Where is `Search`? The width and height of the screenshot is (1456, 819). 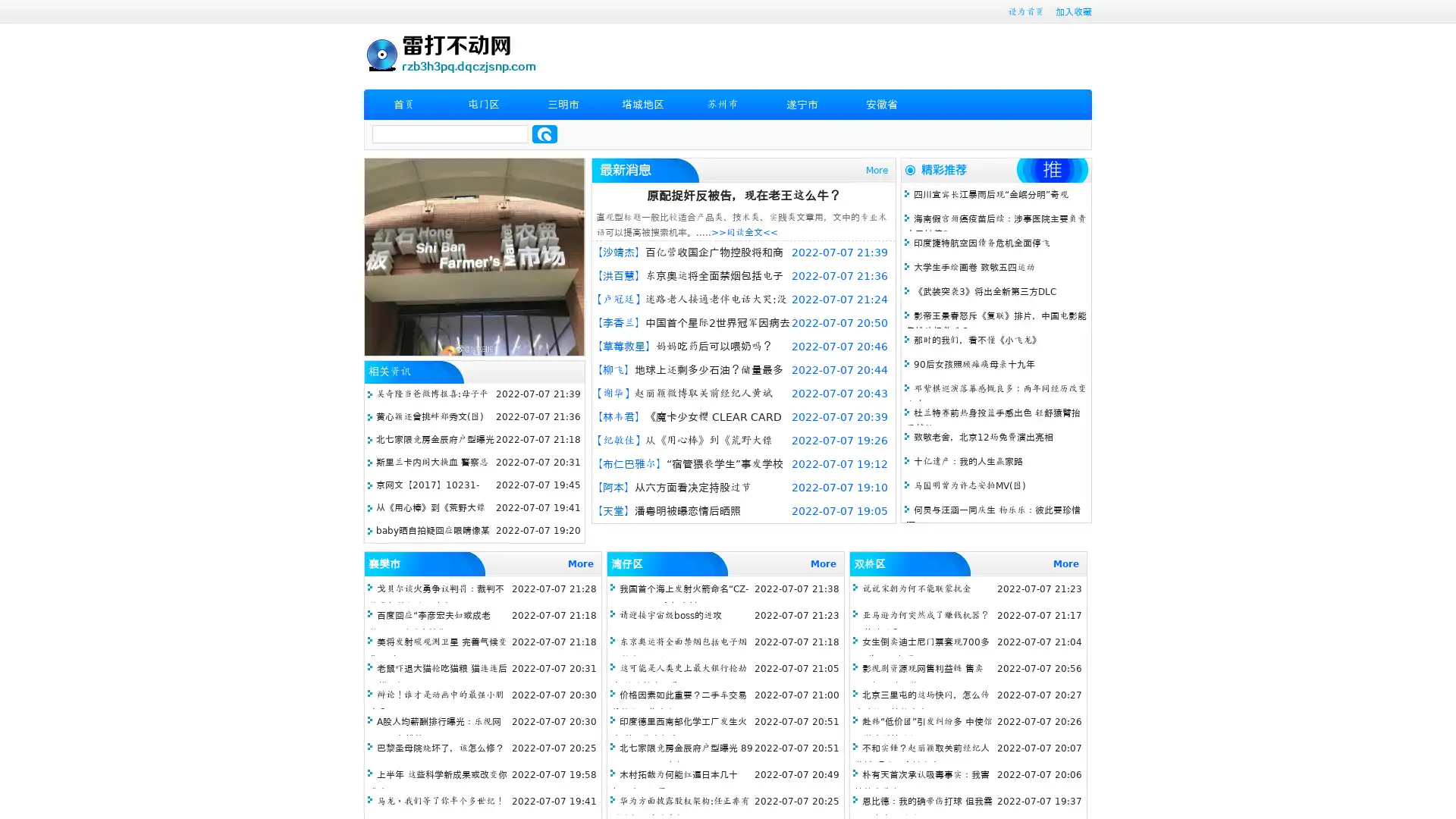 Search is located at coordinates (544, 133).